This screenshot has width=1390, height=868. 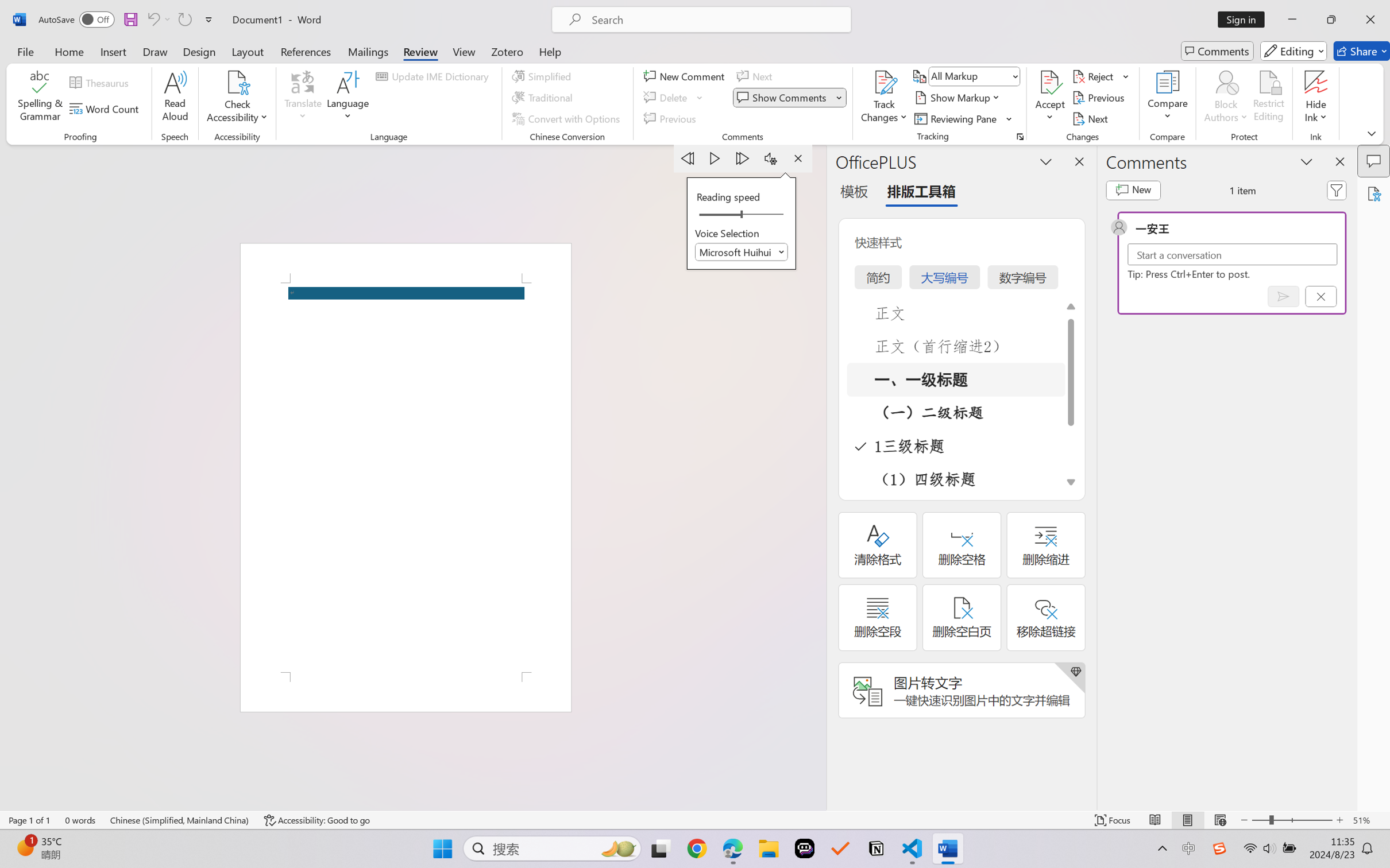 What do you see at coordinates (789, 98) in the screenshot?
I see `'Show Comments'` at bounding box center [789, 98].